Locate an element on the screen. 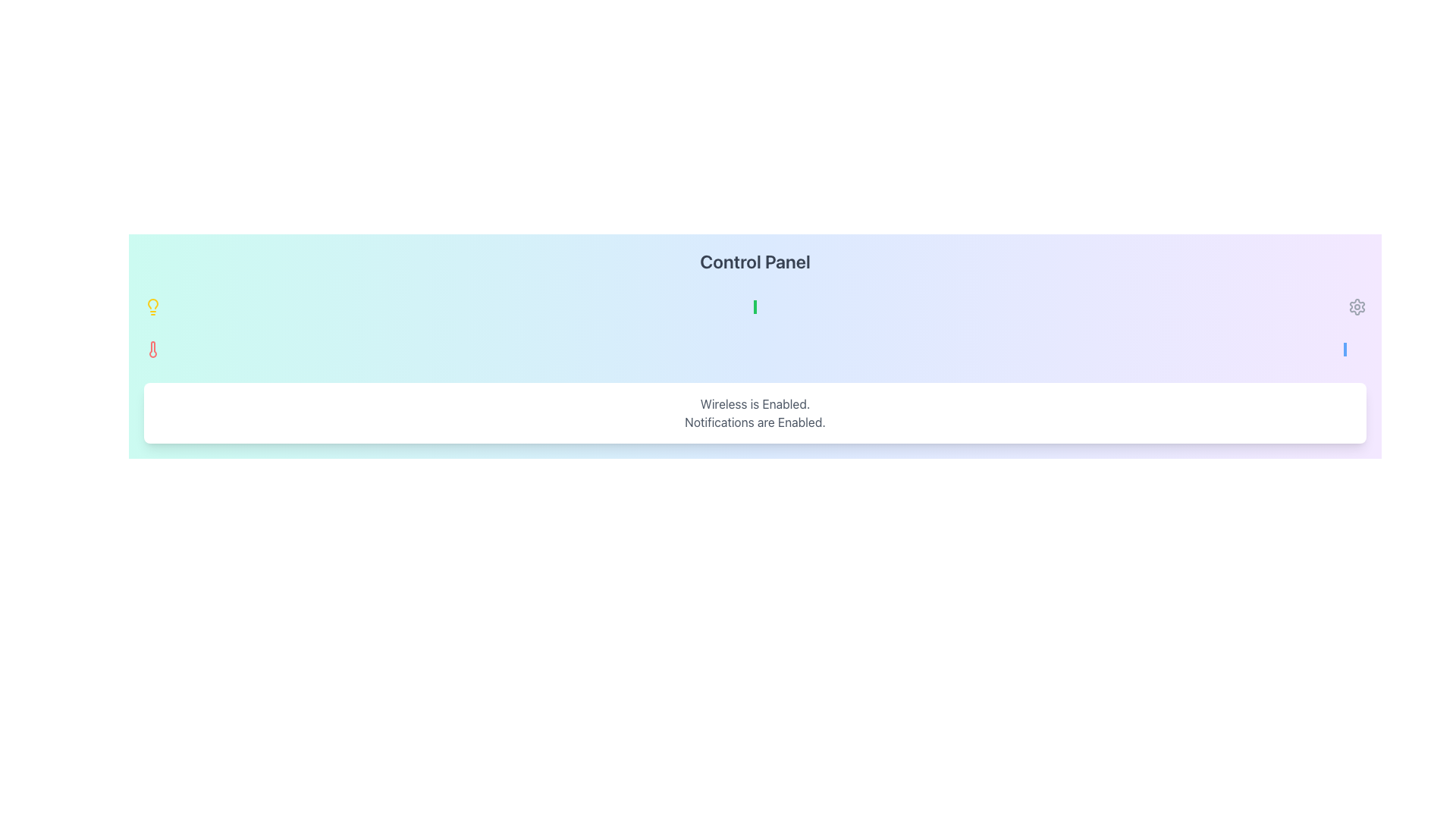  the vertical thermometer icon, which is red and located on the left side of the interface below the light bulb icon is located at coordinates (152, 350).